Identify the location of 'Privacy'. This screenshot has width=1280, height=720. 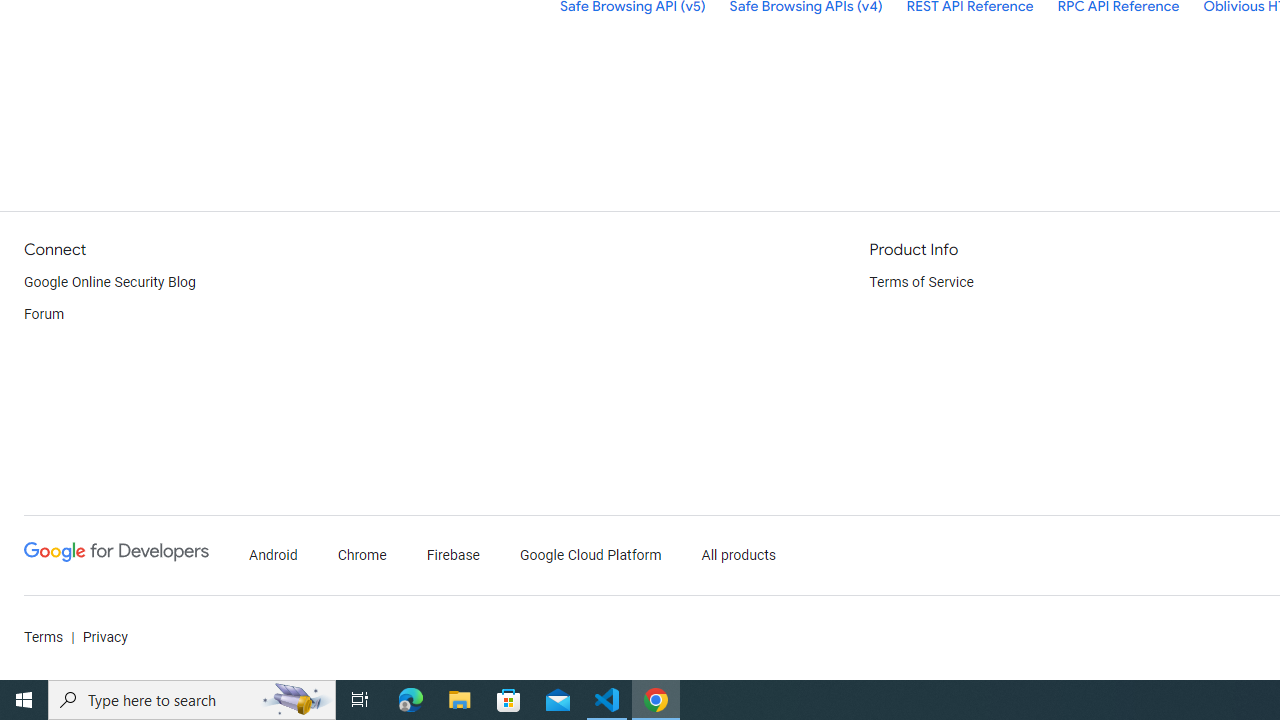
(103, 637).